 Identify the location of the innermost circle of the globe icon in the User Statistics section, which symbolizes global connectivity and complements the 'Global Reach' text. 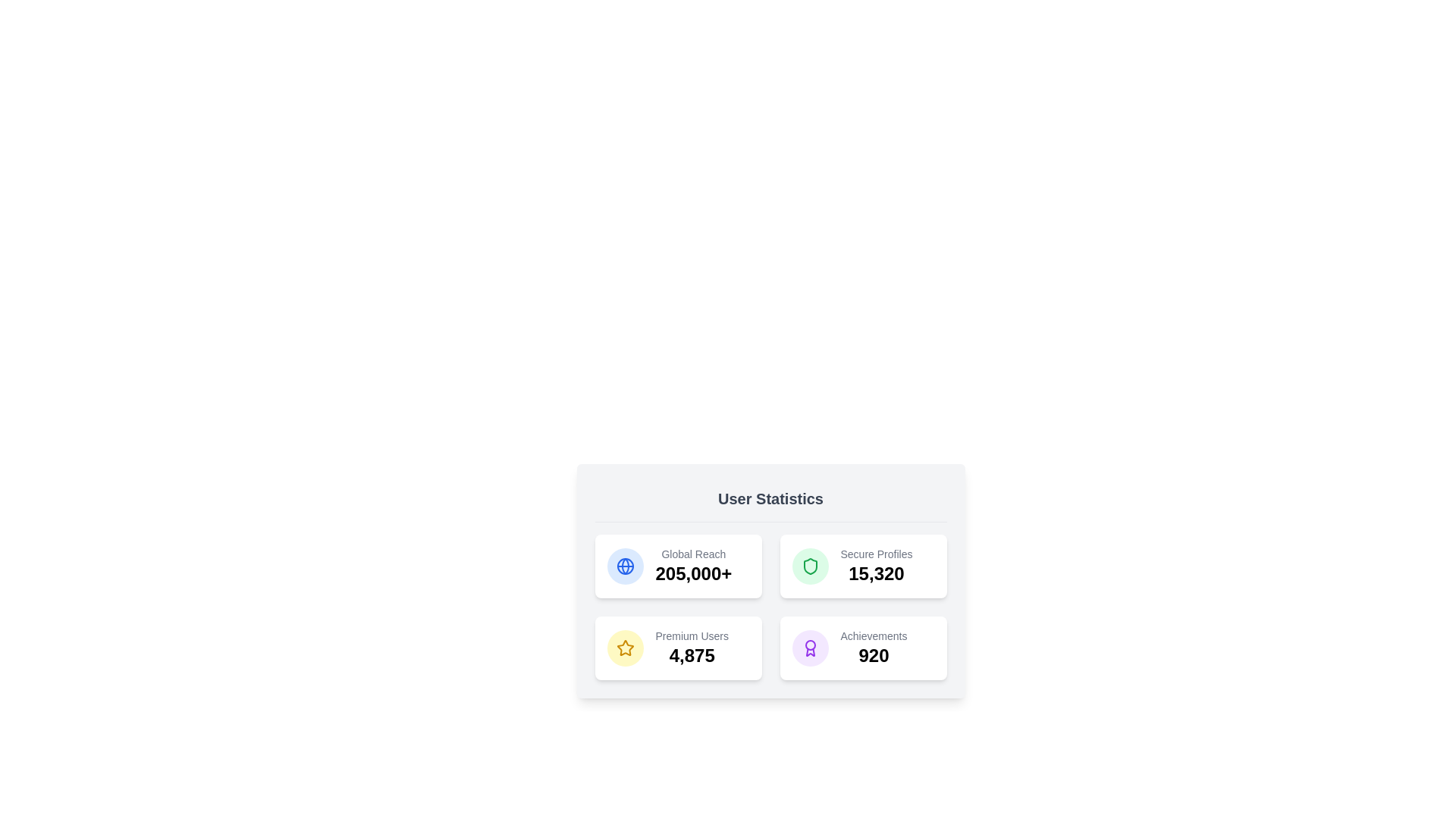
(625, 566).